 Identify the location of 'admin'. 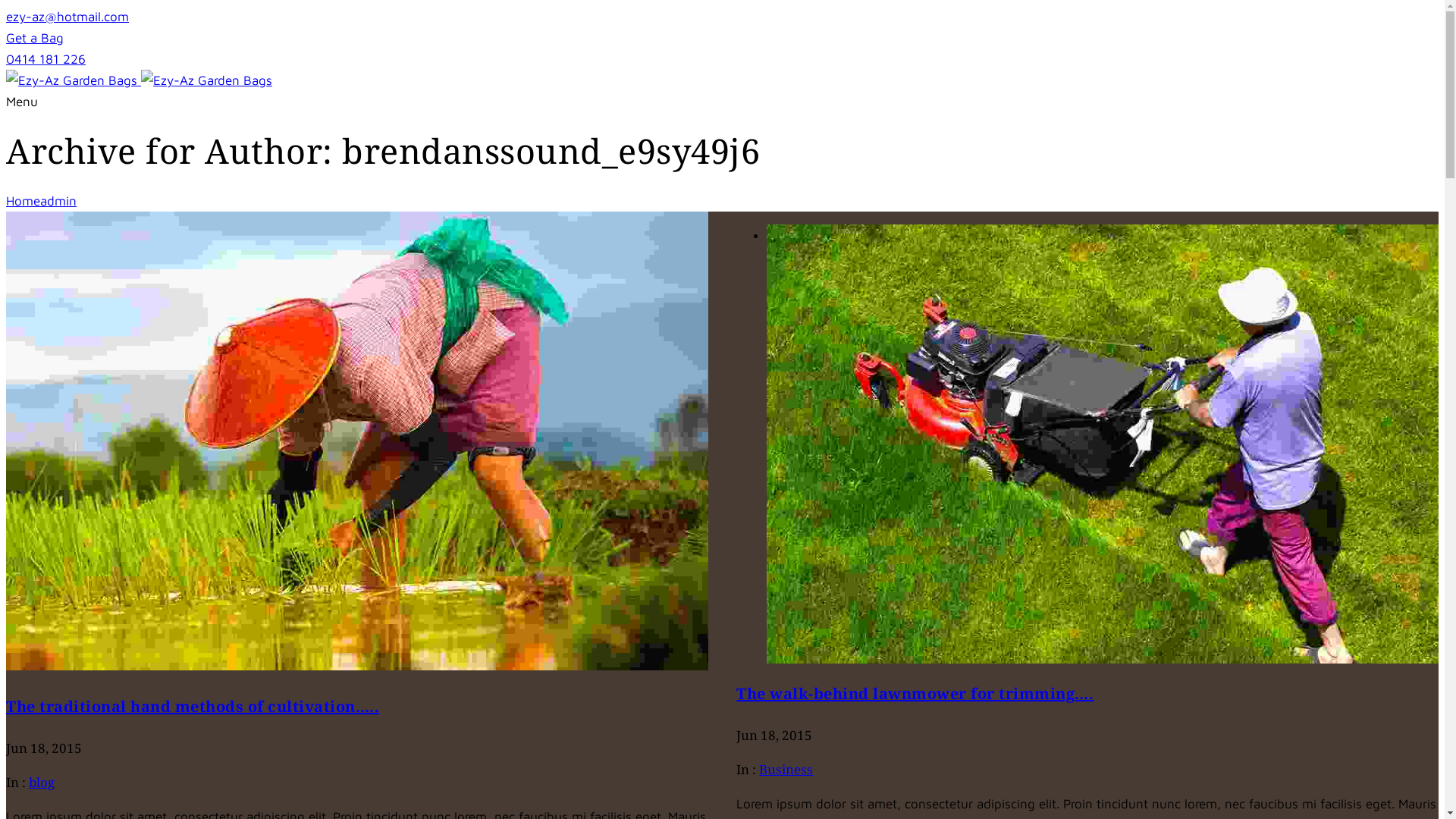
(58, 200).